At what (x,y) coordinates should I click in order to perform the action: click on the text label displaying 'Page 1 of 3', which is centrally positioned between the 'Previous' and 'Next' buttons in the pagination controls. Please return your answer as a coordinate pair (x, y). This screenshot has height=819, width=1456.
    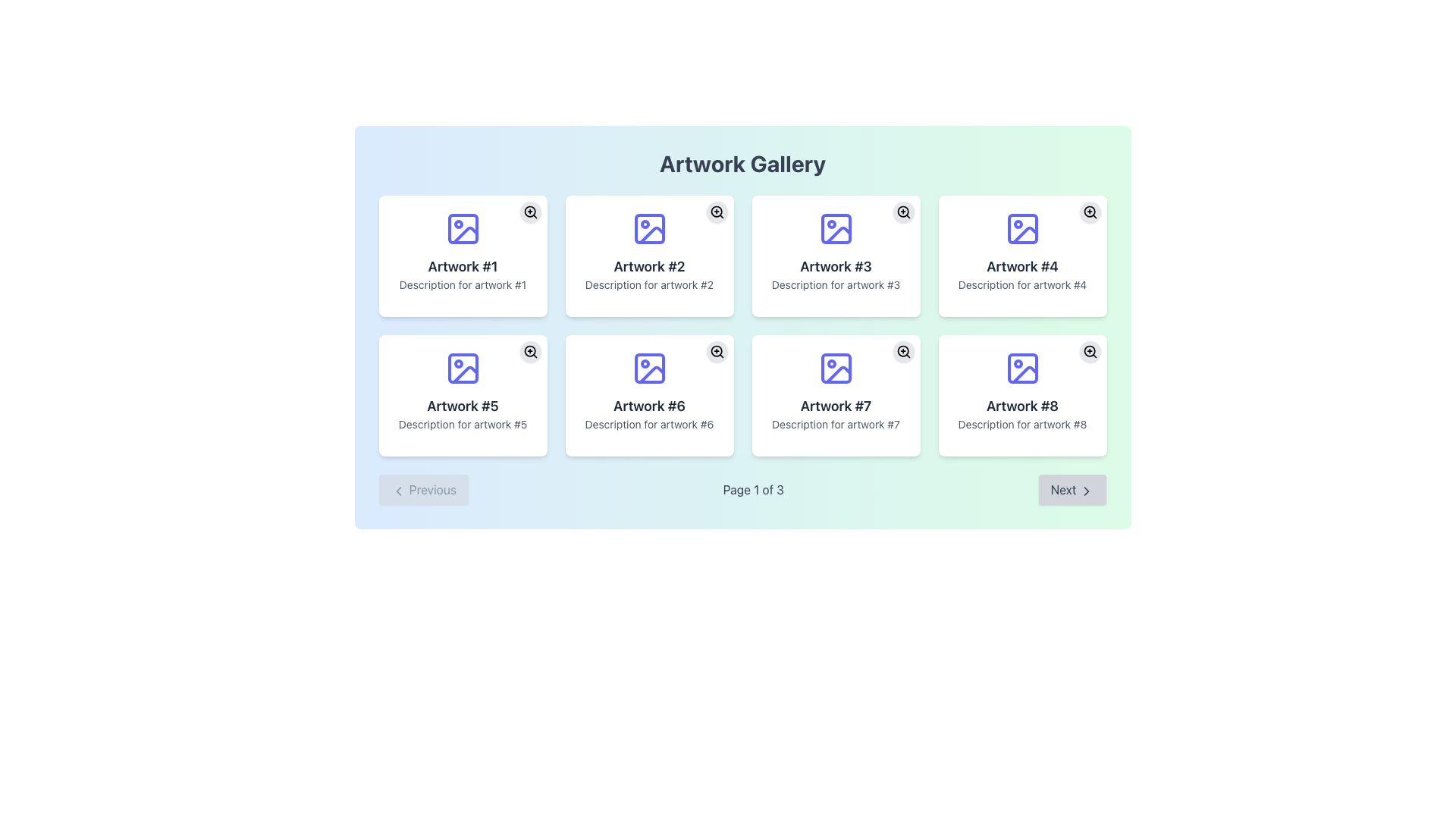
    Looking at the image, I should click on (753, 489).